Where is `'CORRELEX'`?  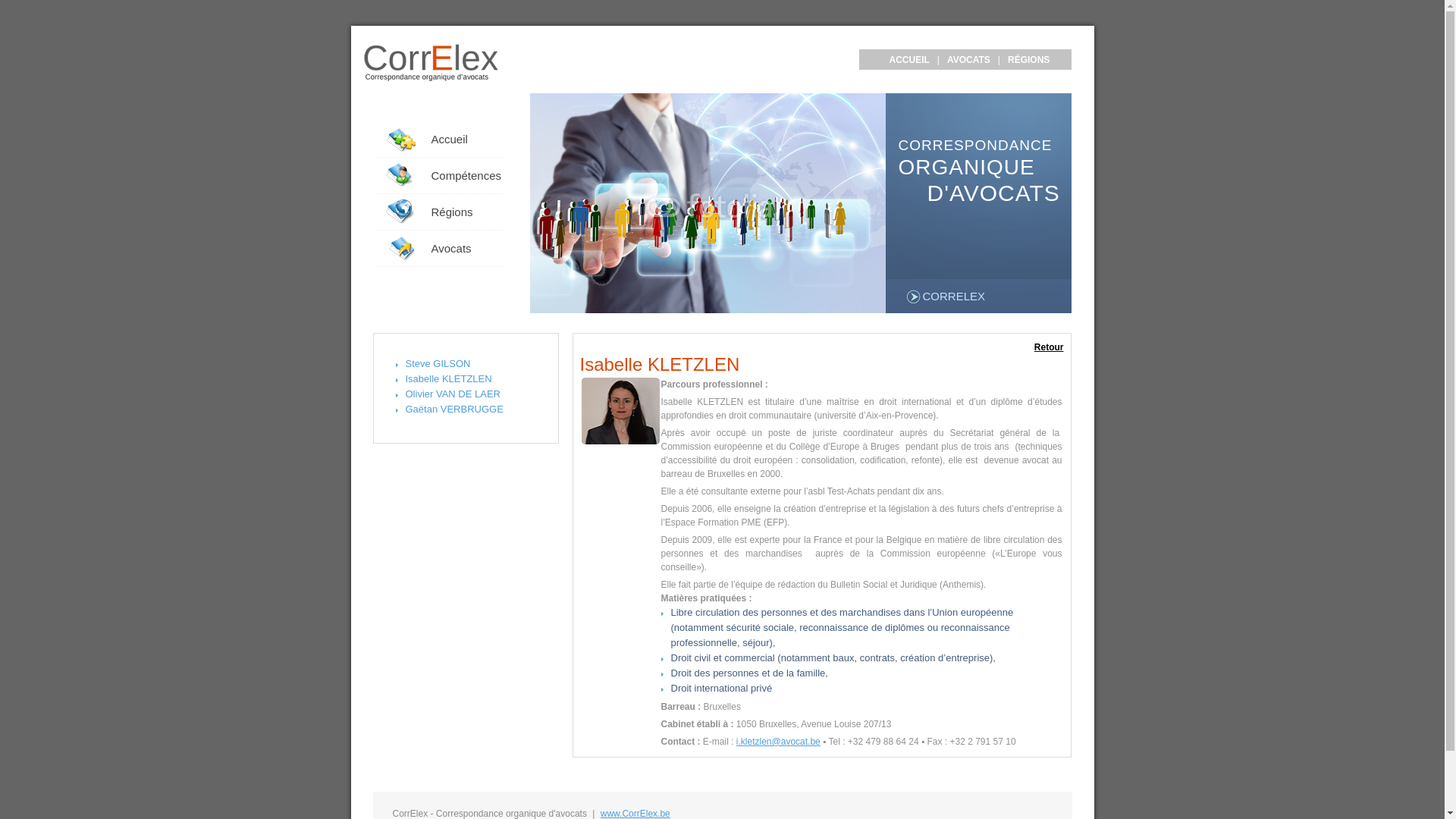
'CORRELEX' is located at coordinates (944, 296).